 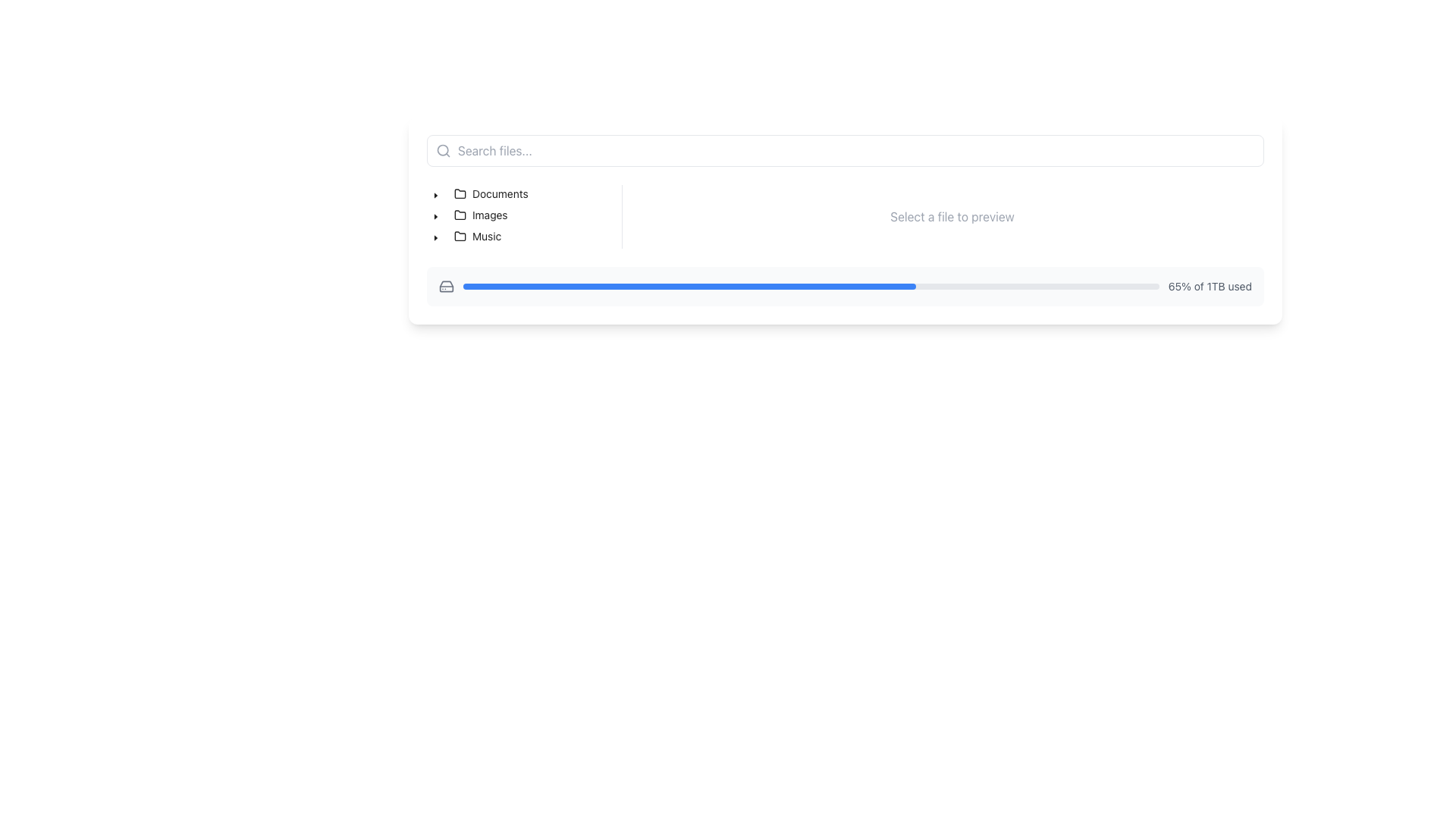 What do you see at coordinates (435, 215) in the screenshot?
I see `the collapsible toggle button with a rightward-facing arrow located to the left of the 'Images' folder in the file navigator` at bounding box center [435, 215].